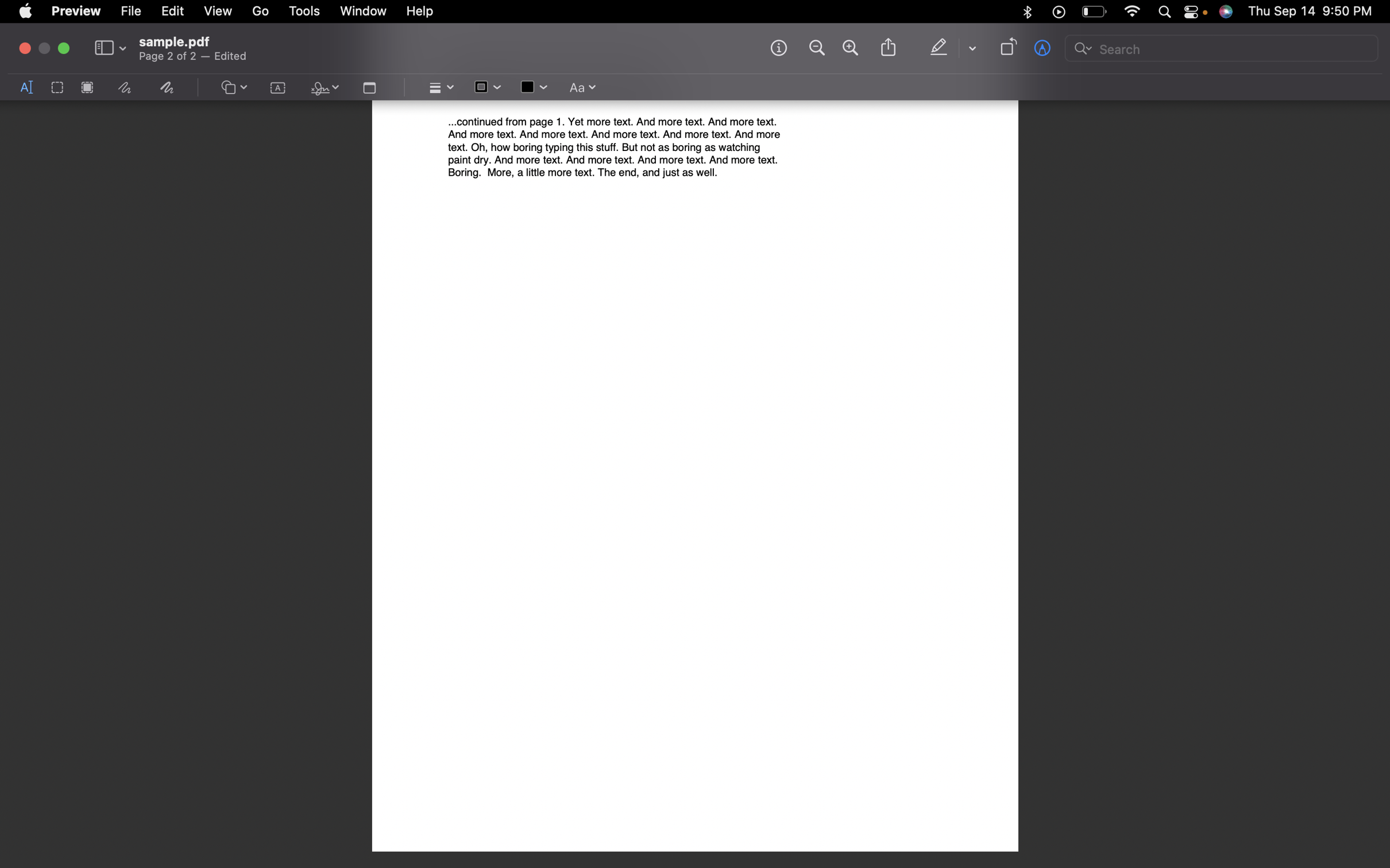 Image resolution: width=1390 pixels, height=868 pixels. I want to click on Activate the signature tool, so click(322, 88).